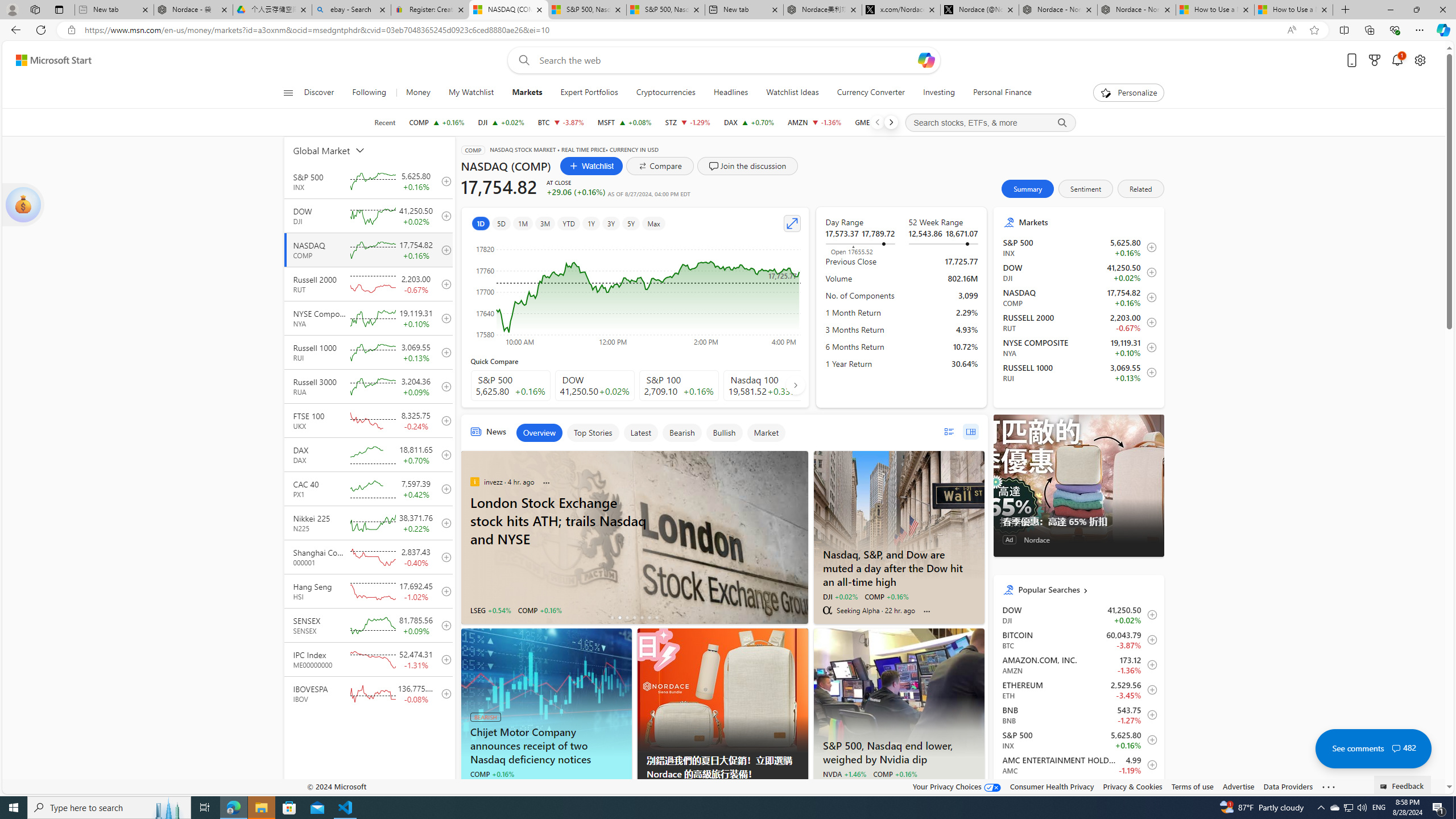 The height and width of the screenshot is (819, 1456). What do you see at coordinates (1374, 60) in the screenshot?
I see `'Microsoft rewards'` at bounding box center [1374, 60].